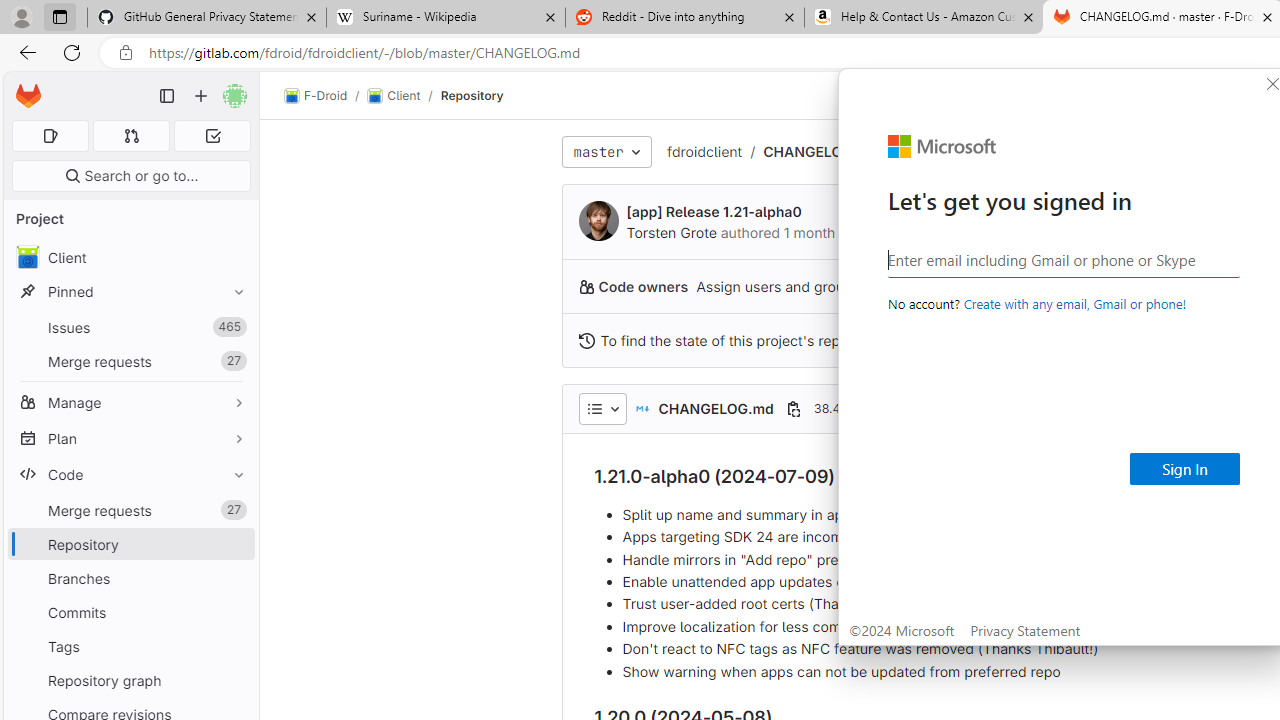  Describe the element at coordinates (23, 86) in the screenshot. I see `'Skip to main content'` at that location.